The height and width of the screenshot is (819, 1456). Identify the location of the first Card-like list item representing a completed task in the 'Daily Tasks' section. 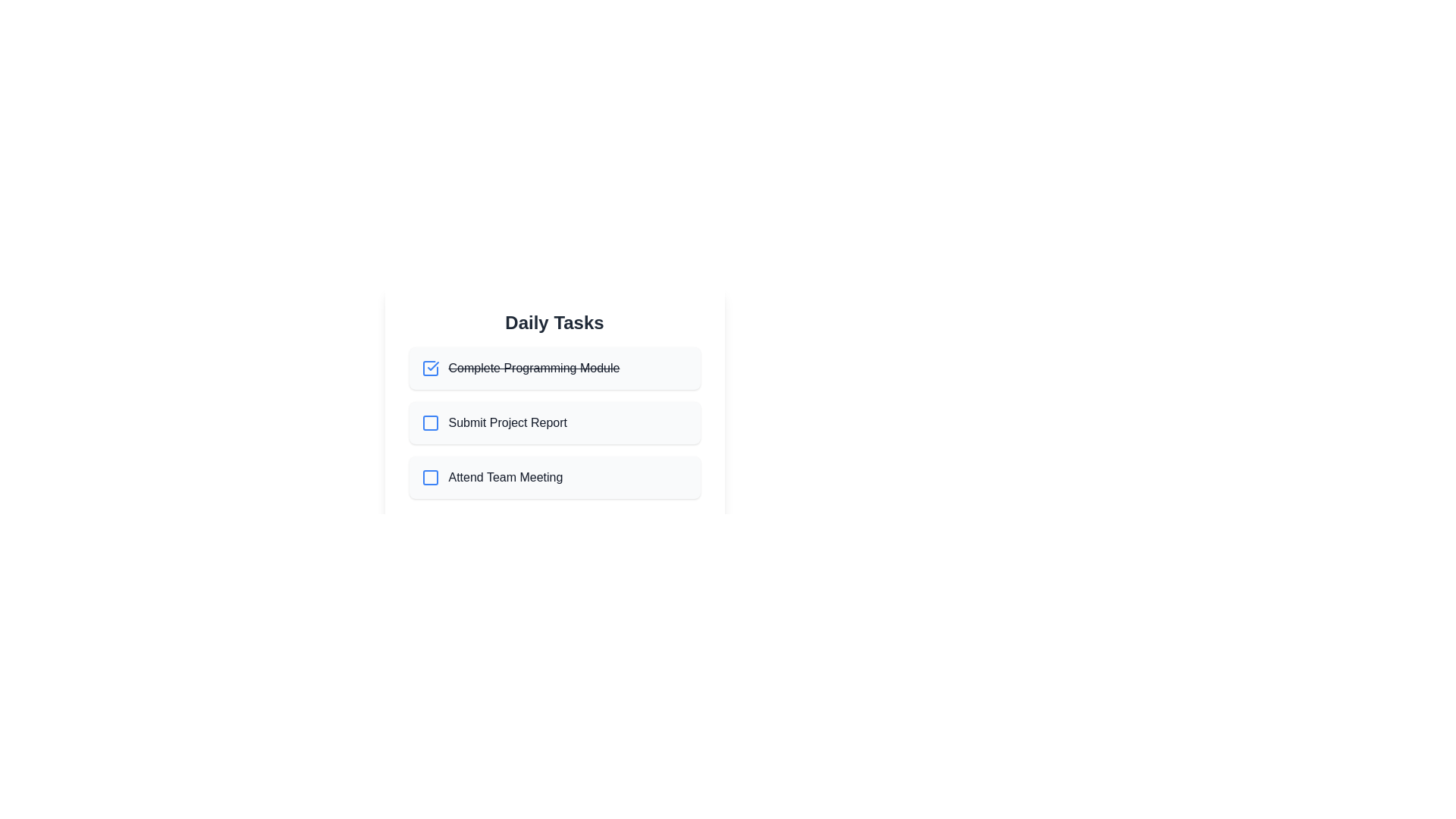
(554, 369).